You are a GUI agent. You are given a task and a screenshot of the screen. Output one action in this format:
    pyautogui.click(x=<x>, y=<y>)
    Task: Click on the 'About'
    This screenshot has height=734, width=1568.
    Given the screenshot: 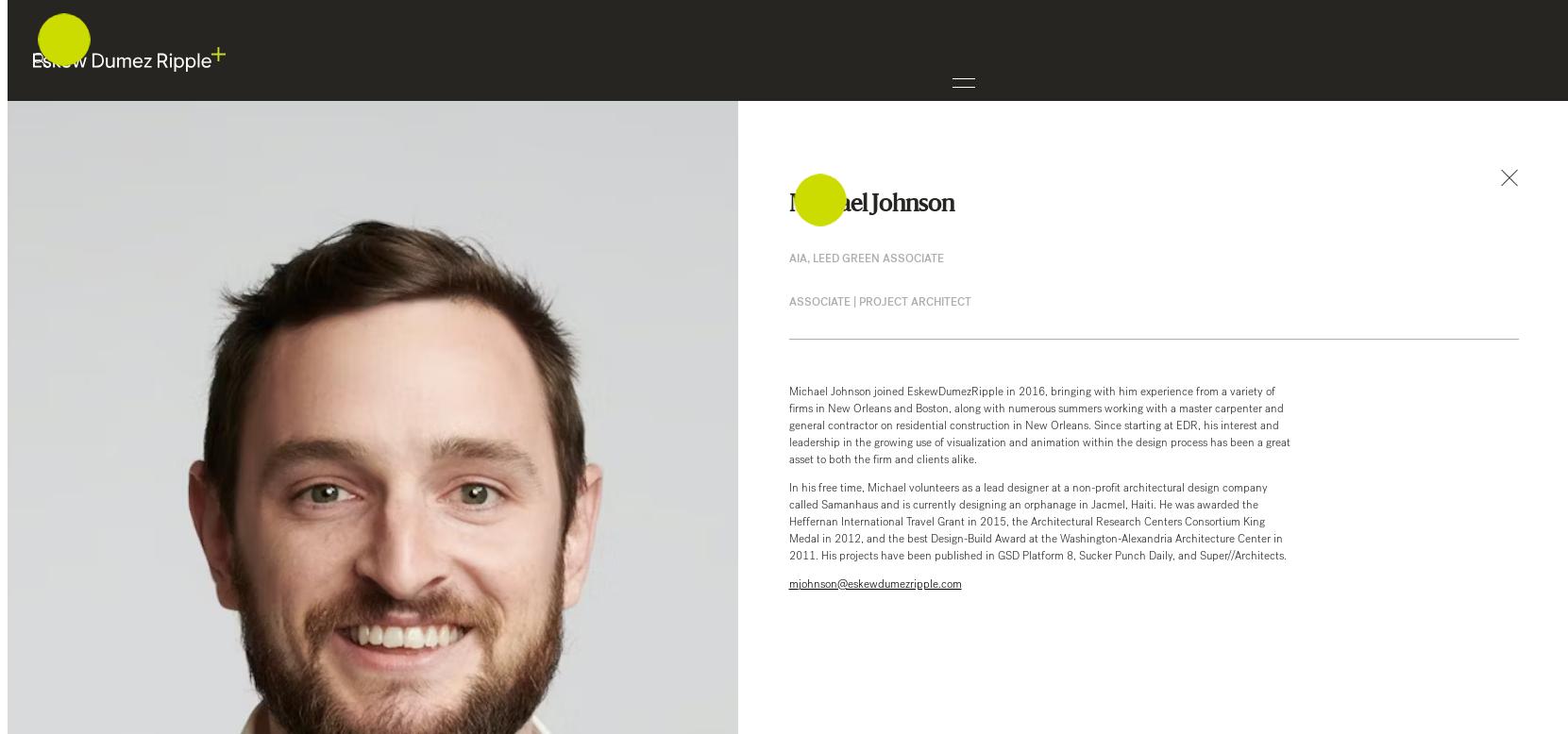 What is the action you would take?
    pyautogui.click(x=59, y=202)
    